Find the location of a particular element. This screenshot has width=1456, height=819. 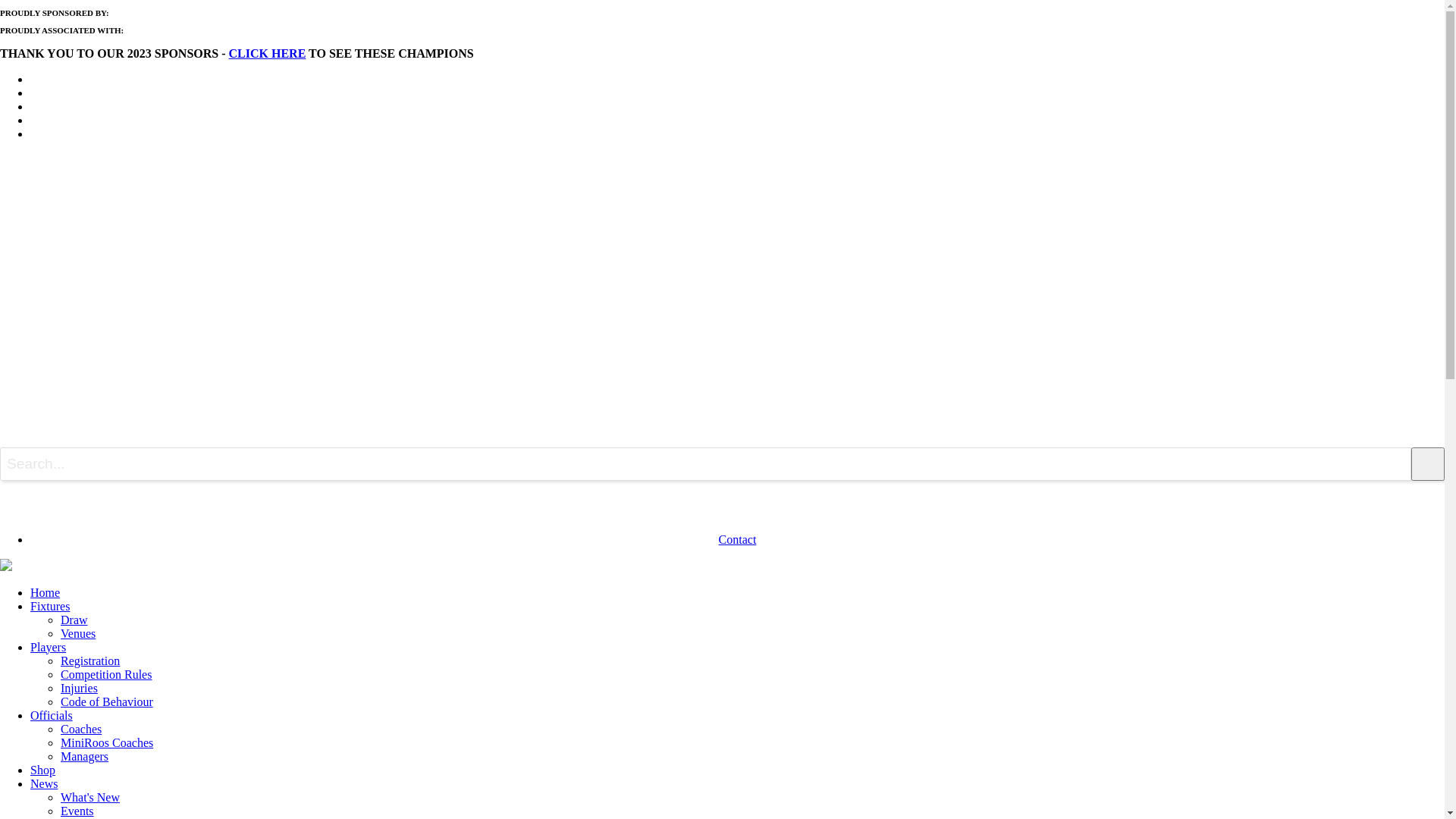

'What's New' is located at coordinates (89, 796).